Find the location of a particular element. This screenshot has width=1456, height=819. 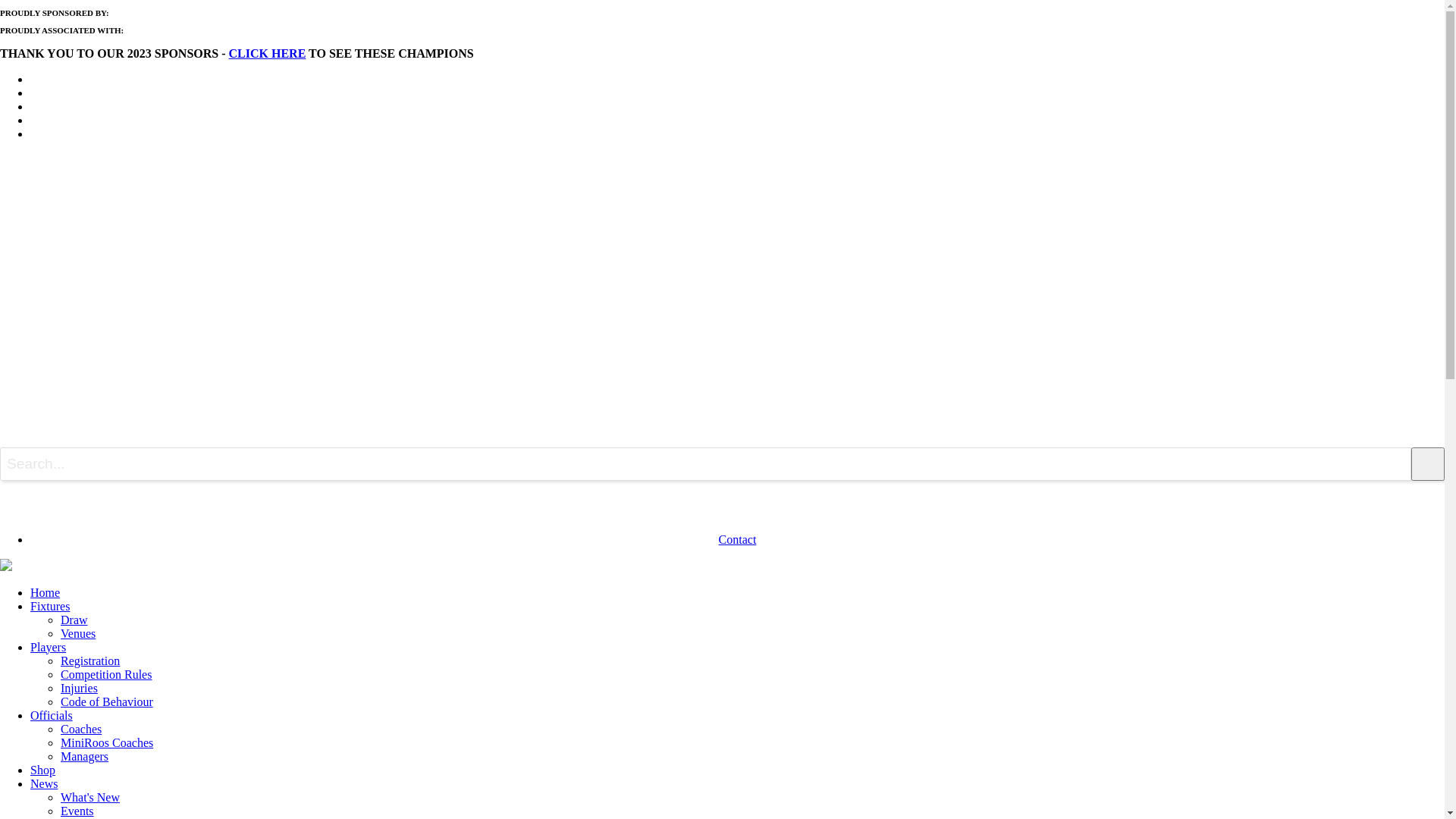

'What's New' is located at coordinates (89, 796).